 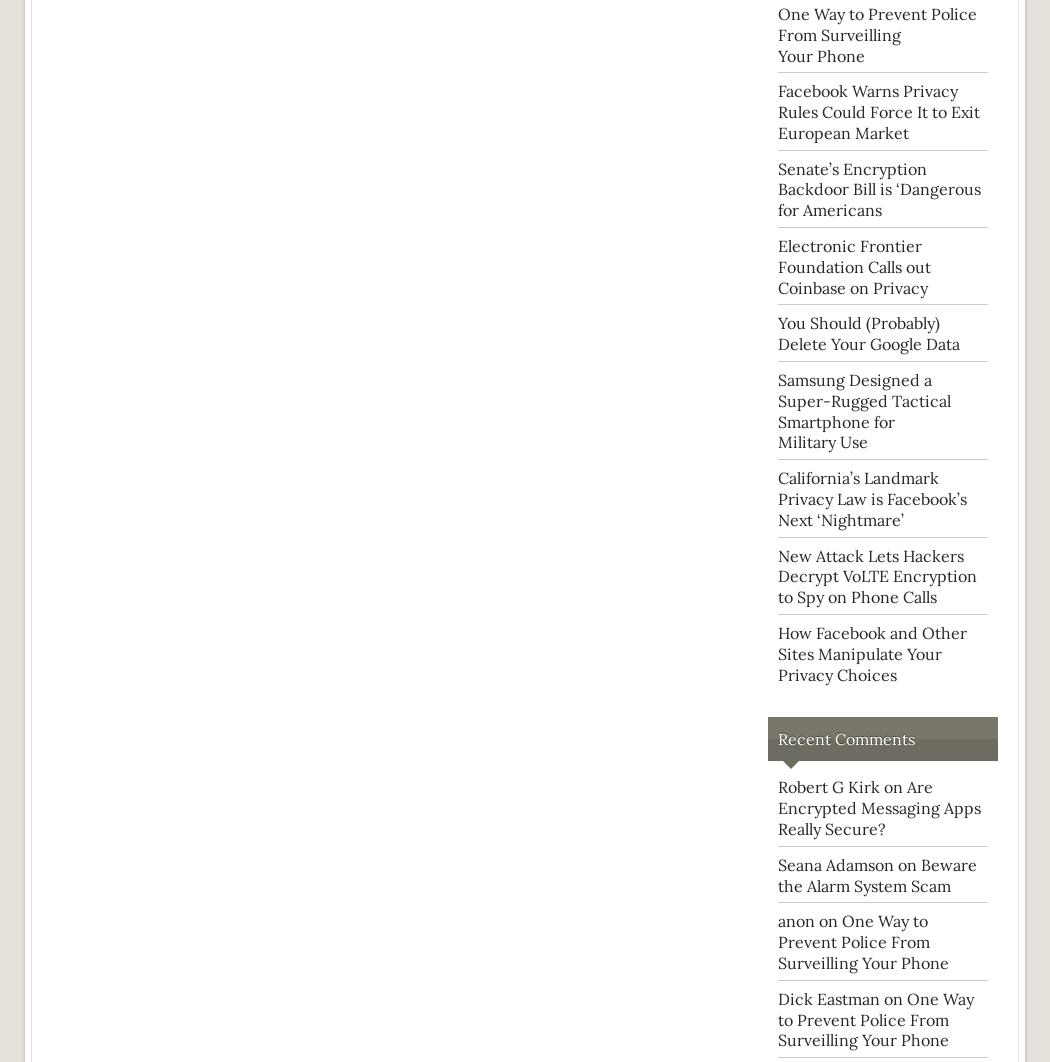 What do you see at coordinates (778, 806) in the screenshot?
I see `'Are Encrypted Messaging Apps Really Secure?'` at bounding box center [778, 806].